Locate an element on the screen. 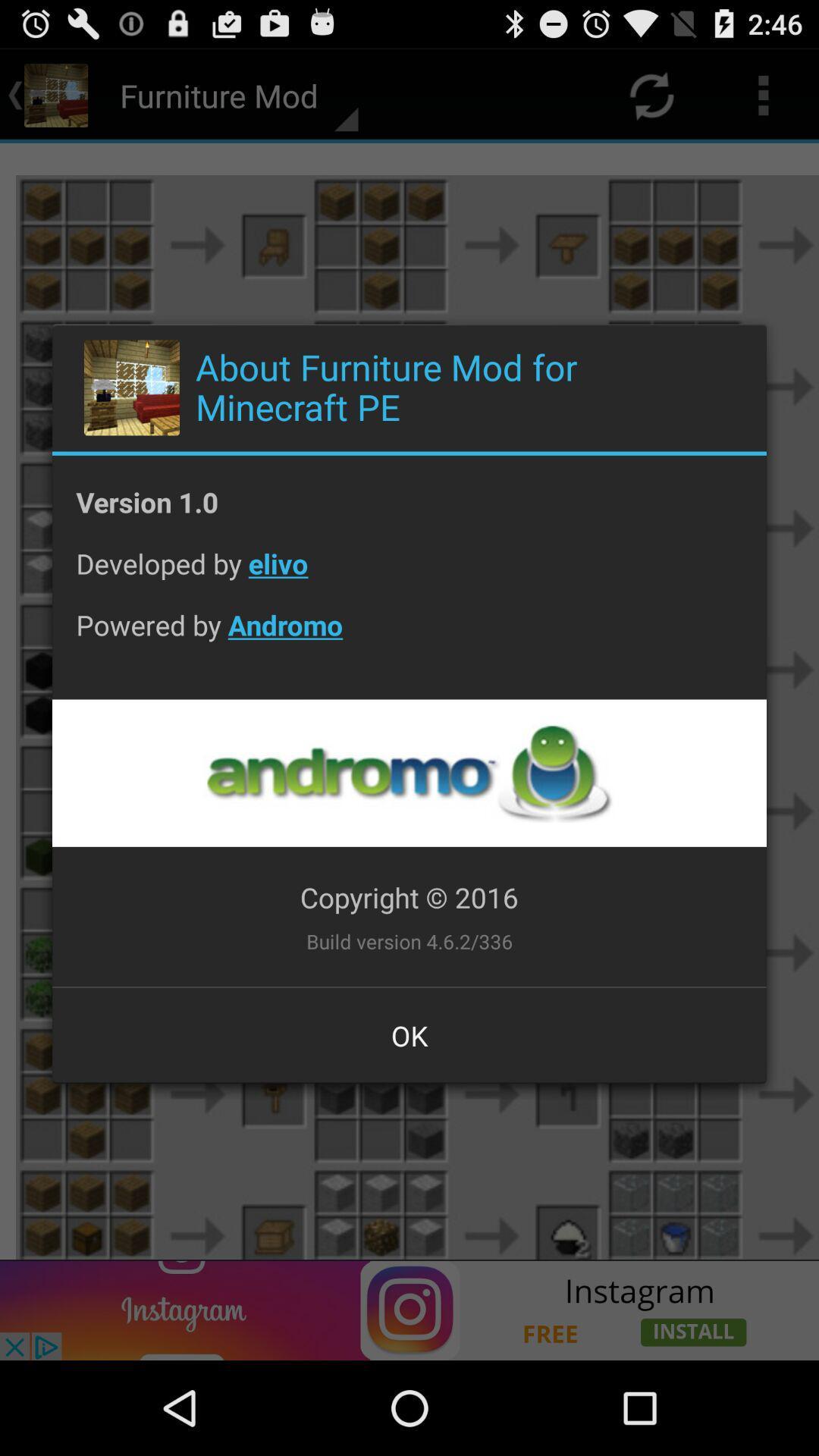 The height and width of the screenshot is (1456, 819). andromo is located at coordinates (408, 773).